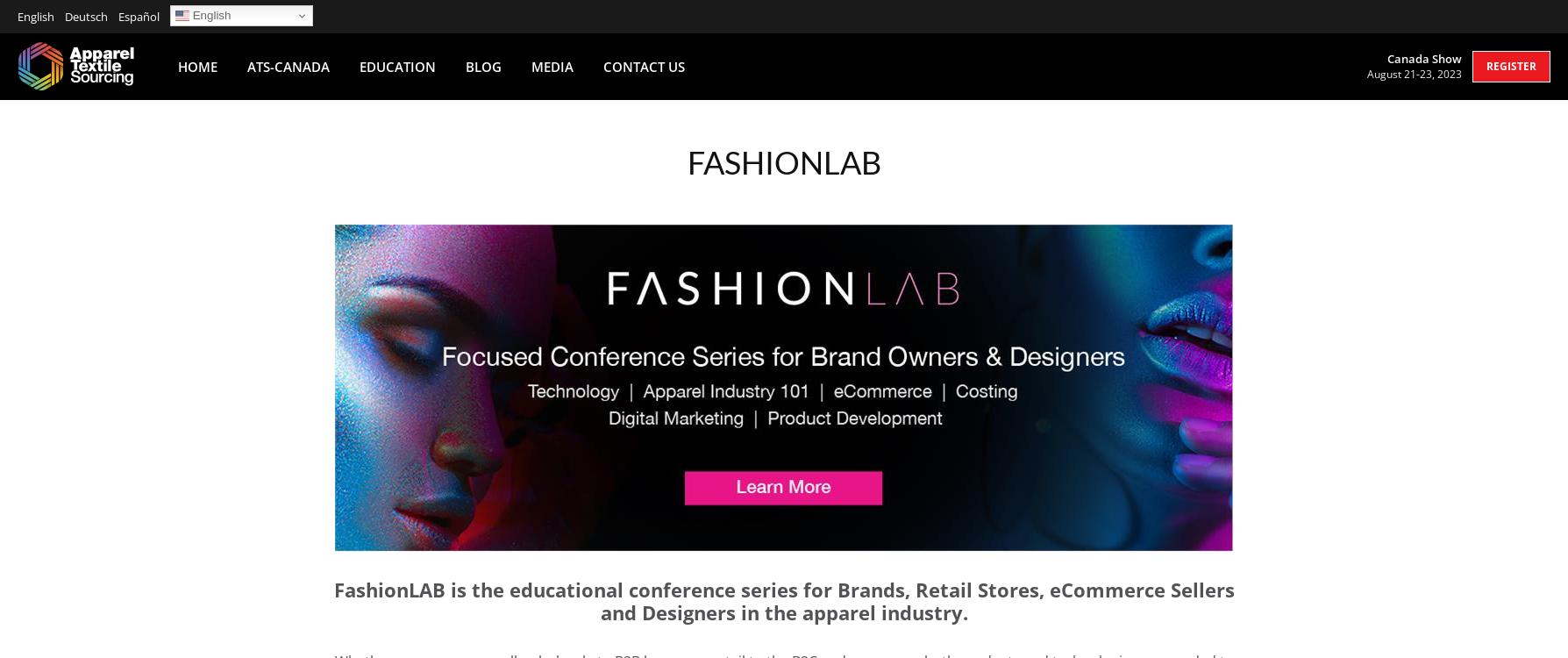 The image size is (1568, 658). Describe the element at coordinates (1386, 57) in the screenshot. I see `'Canada Show'` at that location.